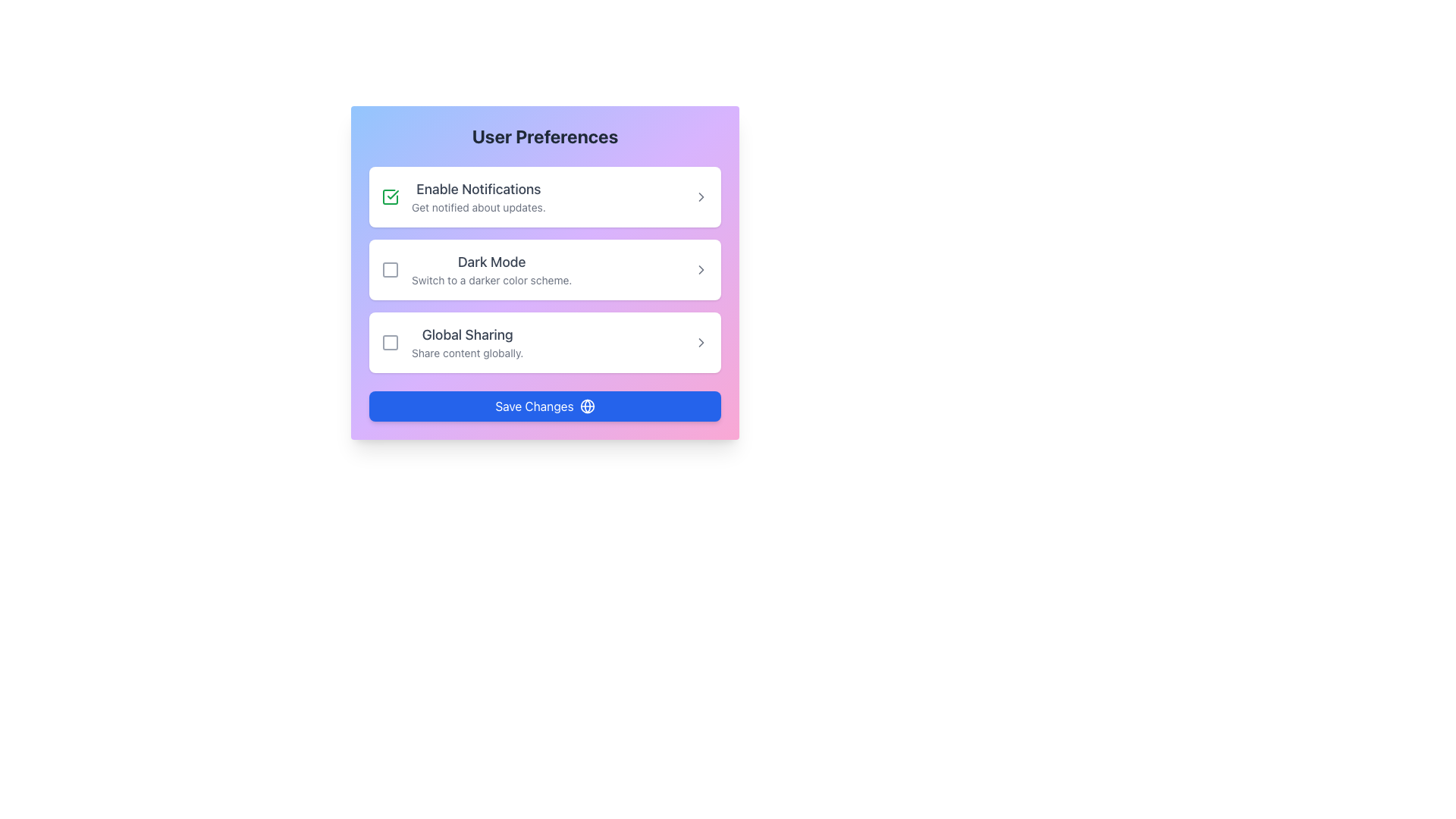 The image size is (1456, 819). Describe the element at coordinates (451, 342) in the screenshot. I see `the 'Global Sharing' checkbox and descriptive text element in the User Preferences list` at that location.